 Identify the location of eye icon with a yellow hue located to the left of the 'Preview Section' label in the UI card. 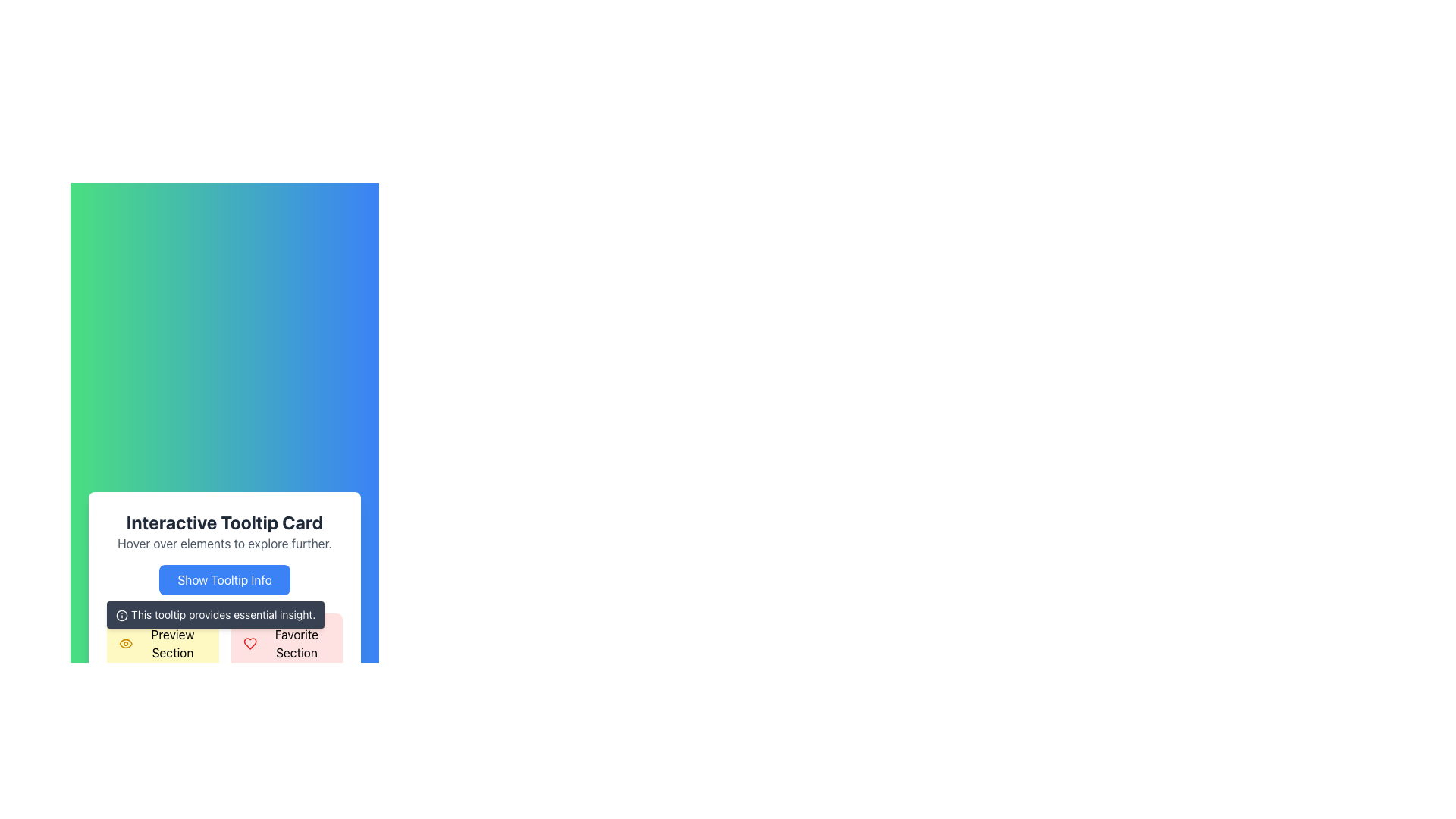
(126, 643).